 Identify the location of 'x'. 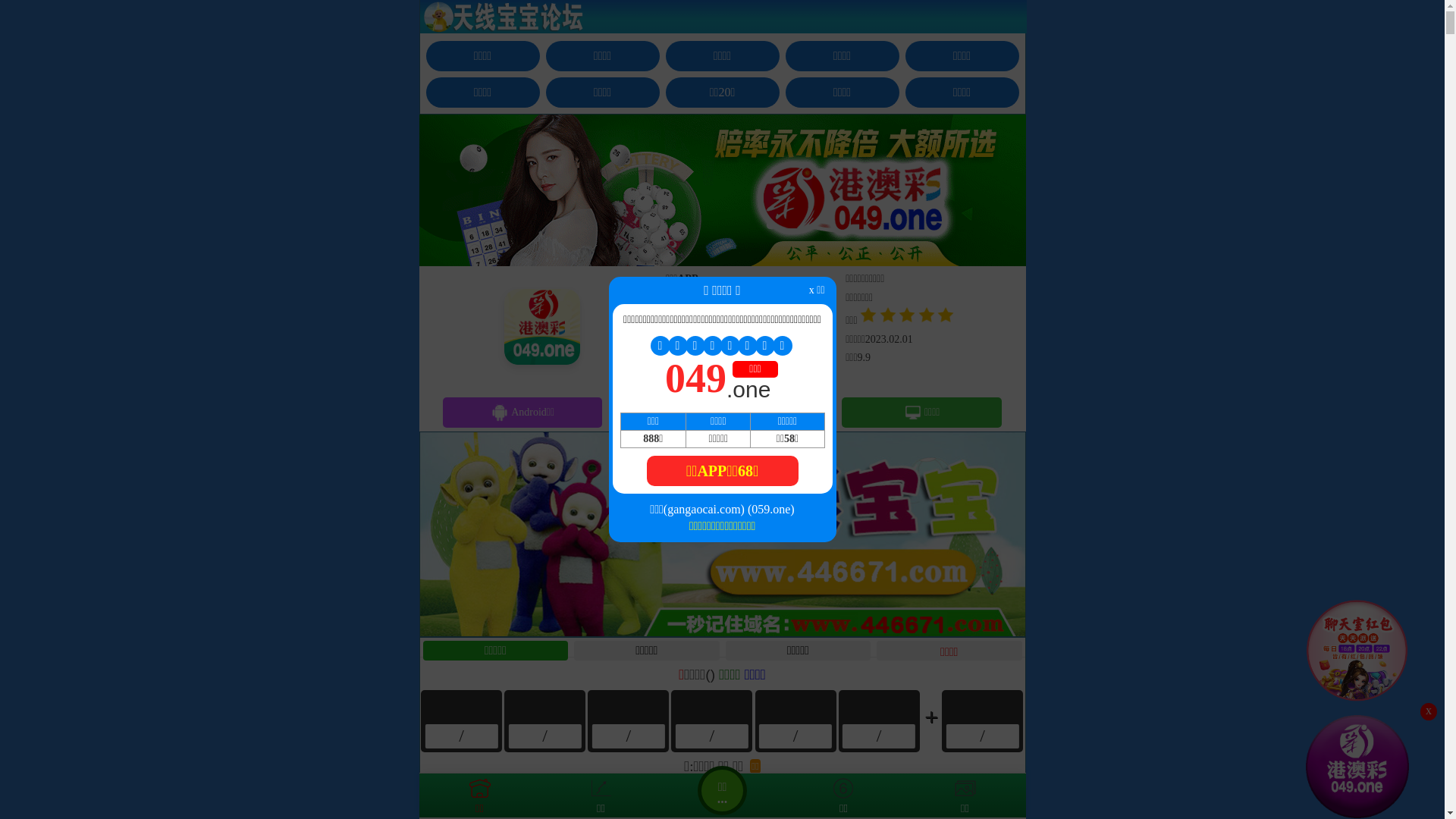
(1427, 711).